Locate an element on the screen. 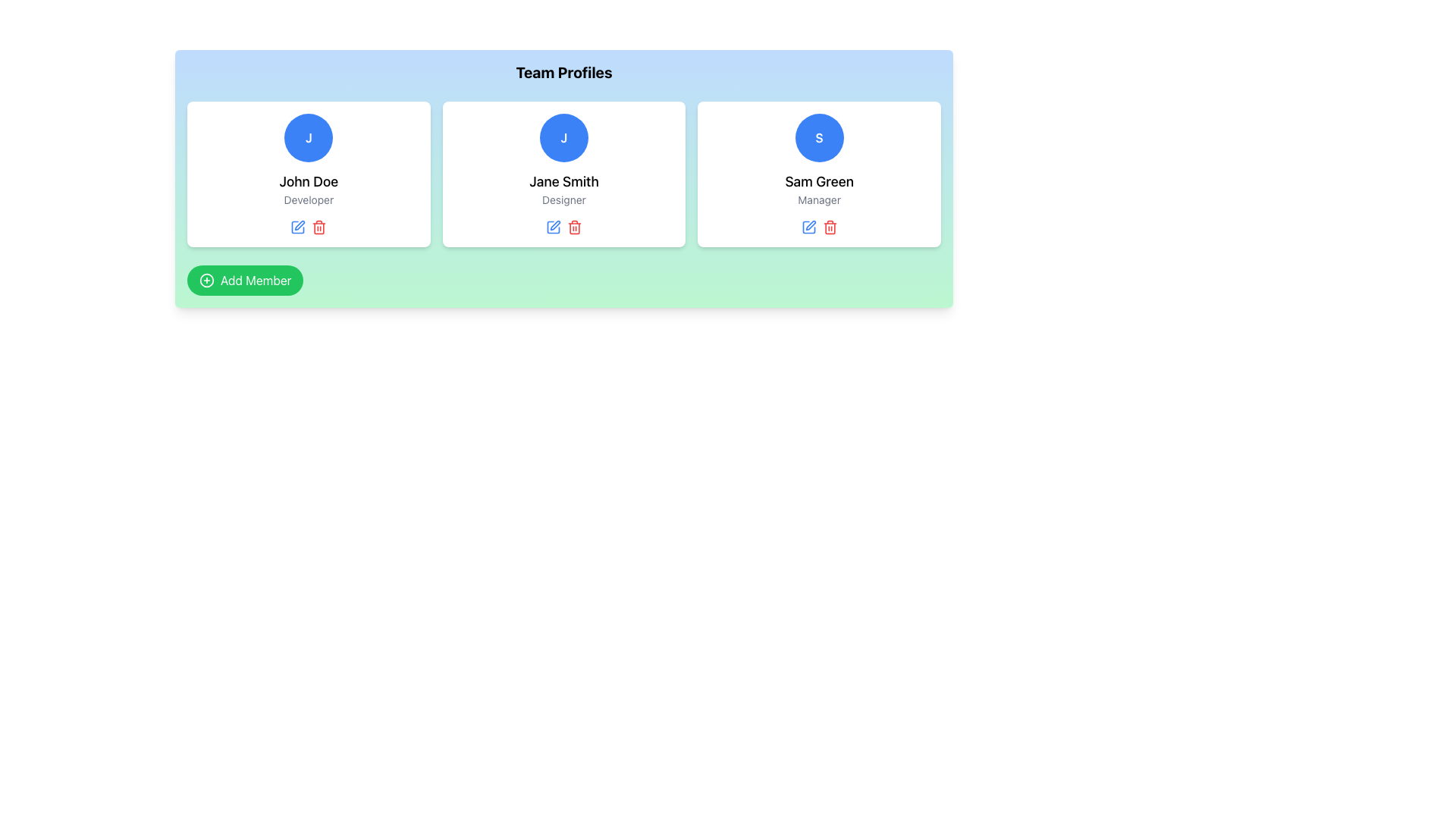  the edit button located in the bottom-left section of the first card under the 'John Doe' profile is located at coordinates (298, 227).